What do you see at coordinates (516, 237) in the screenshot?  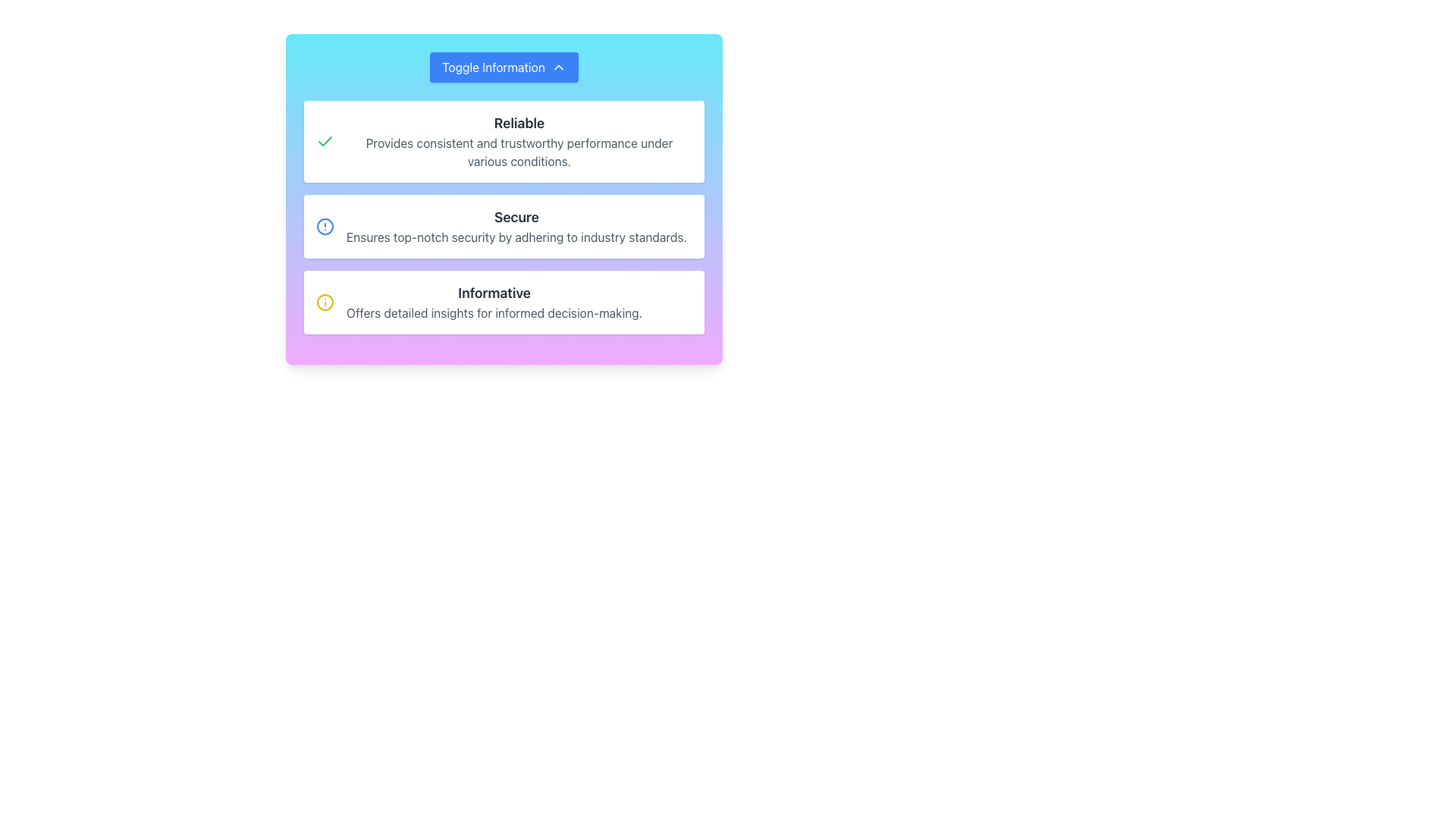 I see `text block containing the phrase 'Ensures top-notch security by adhering to industry standards.' which is styled in gray font and located below the heading 'Secure.'` at bounding box center [516, 237].